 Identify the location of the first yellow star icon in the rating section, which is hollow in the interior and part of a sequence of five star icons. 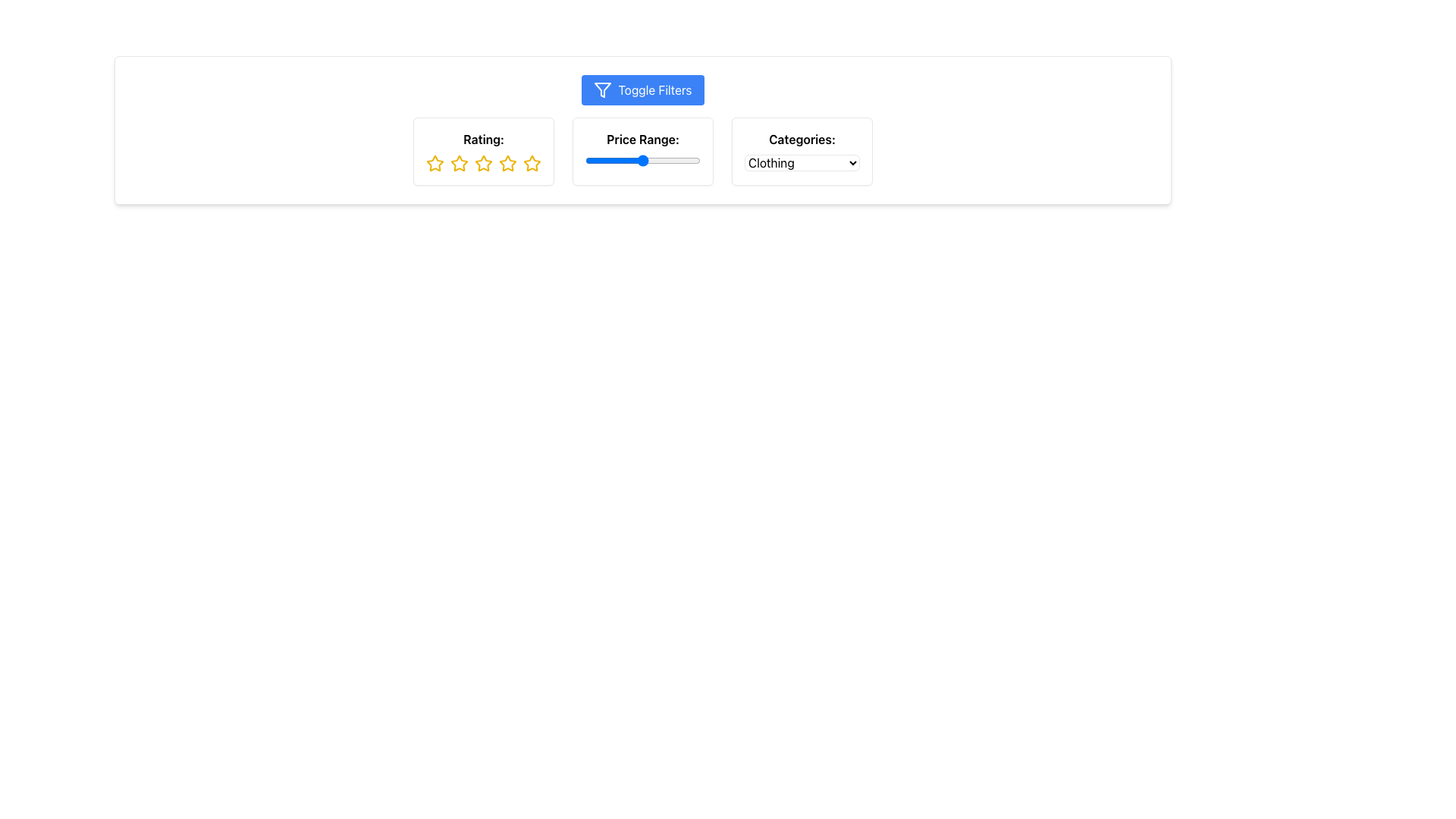
(435, 164).